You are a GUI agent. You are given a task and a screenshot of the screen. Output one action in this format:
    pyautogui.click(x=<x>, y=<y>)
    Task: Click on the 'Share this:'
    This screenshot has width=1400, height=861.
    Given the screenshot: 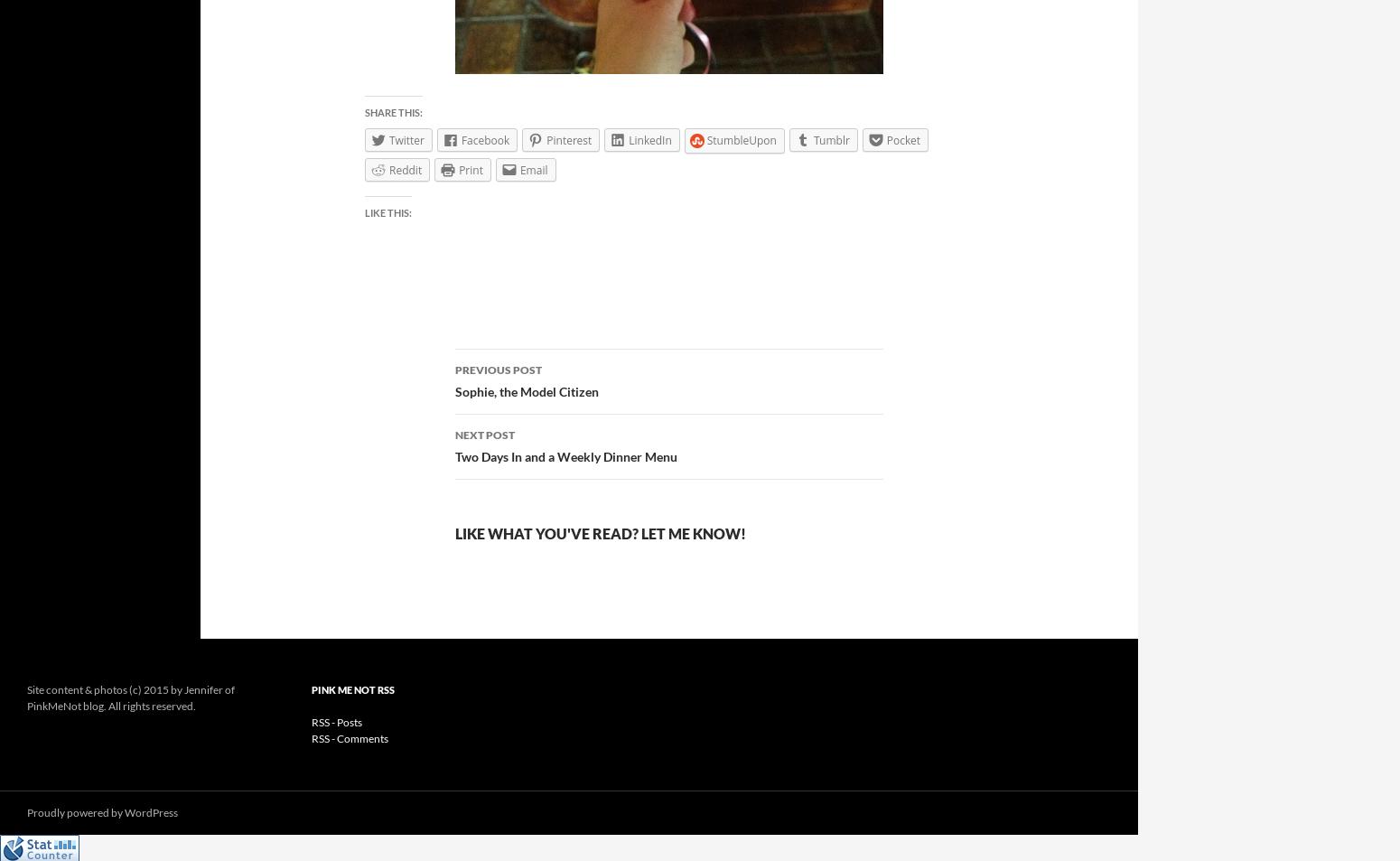 What is the action you would take?
    pyautogui.click(x=394, y=110)
    